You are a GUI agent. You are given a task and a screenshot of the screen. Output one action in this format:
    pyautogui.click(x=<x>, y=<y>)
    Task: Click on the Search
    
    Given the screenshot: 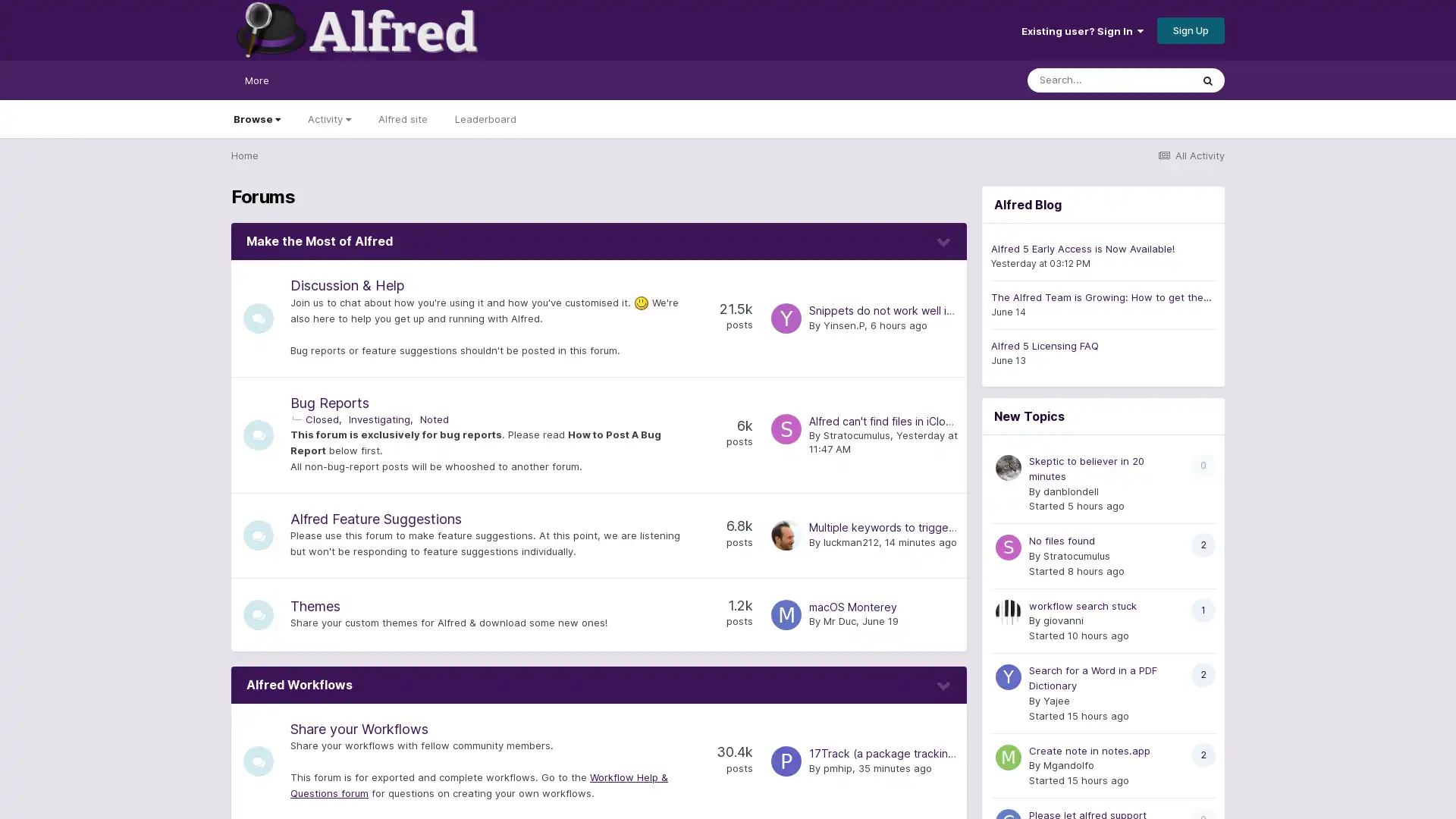 What is the action you would take?
    pyautogui.click(x=1207, y=80)
    